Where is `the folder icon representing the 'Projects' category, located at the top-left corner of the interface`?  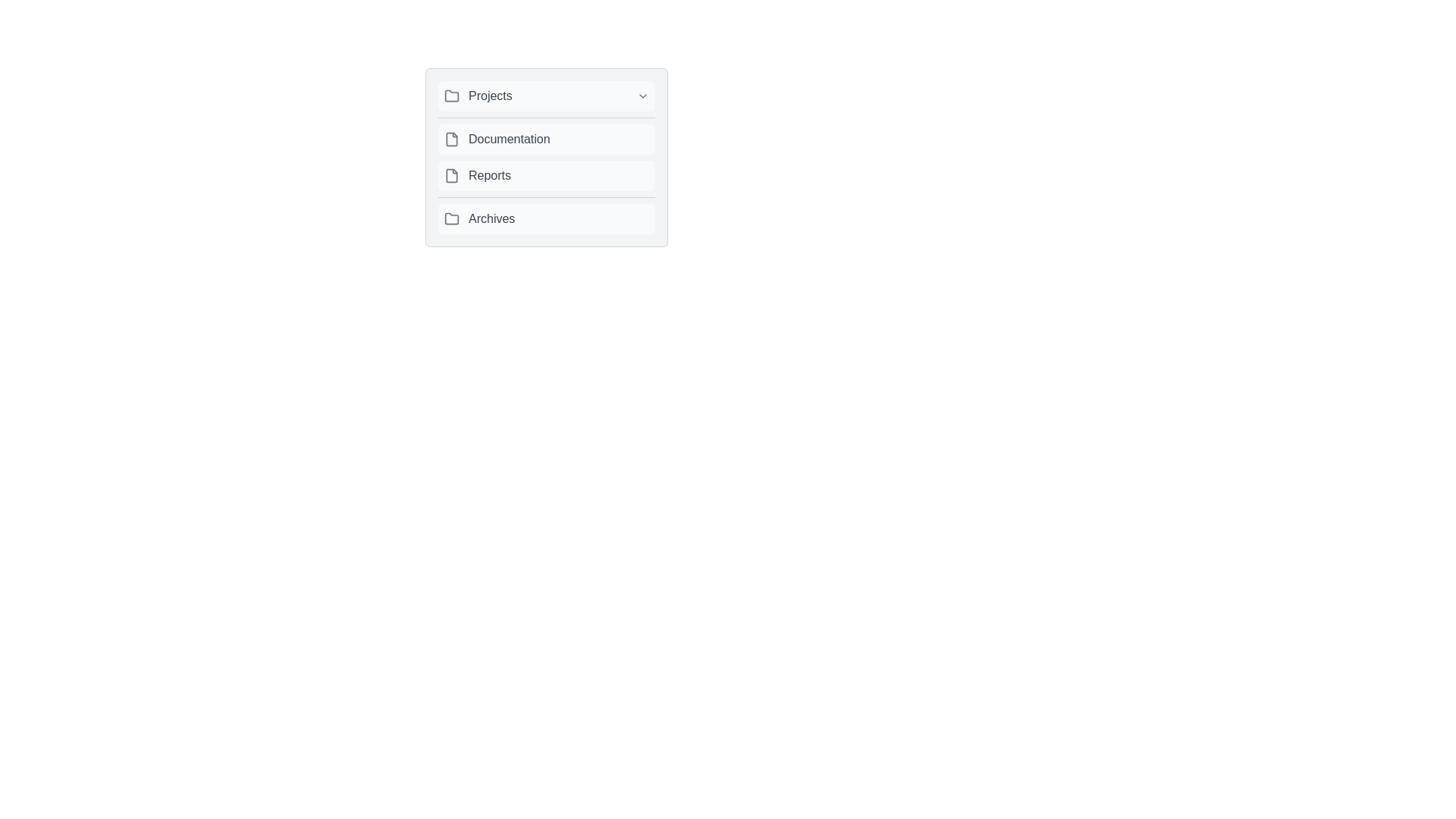
the folder icon representing the 'Projects' category, located at the top-left corner of the interface is located at coordinates (450, 96).